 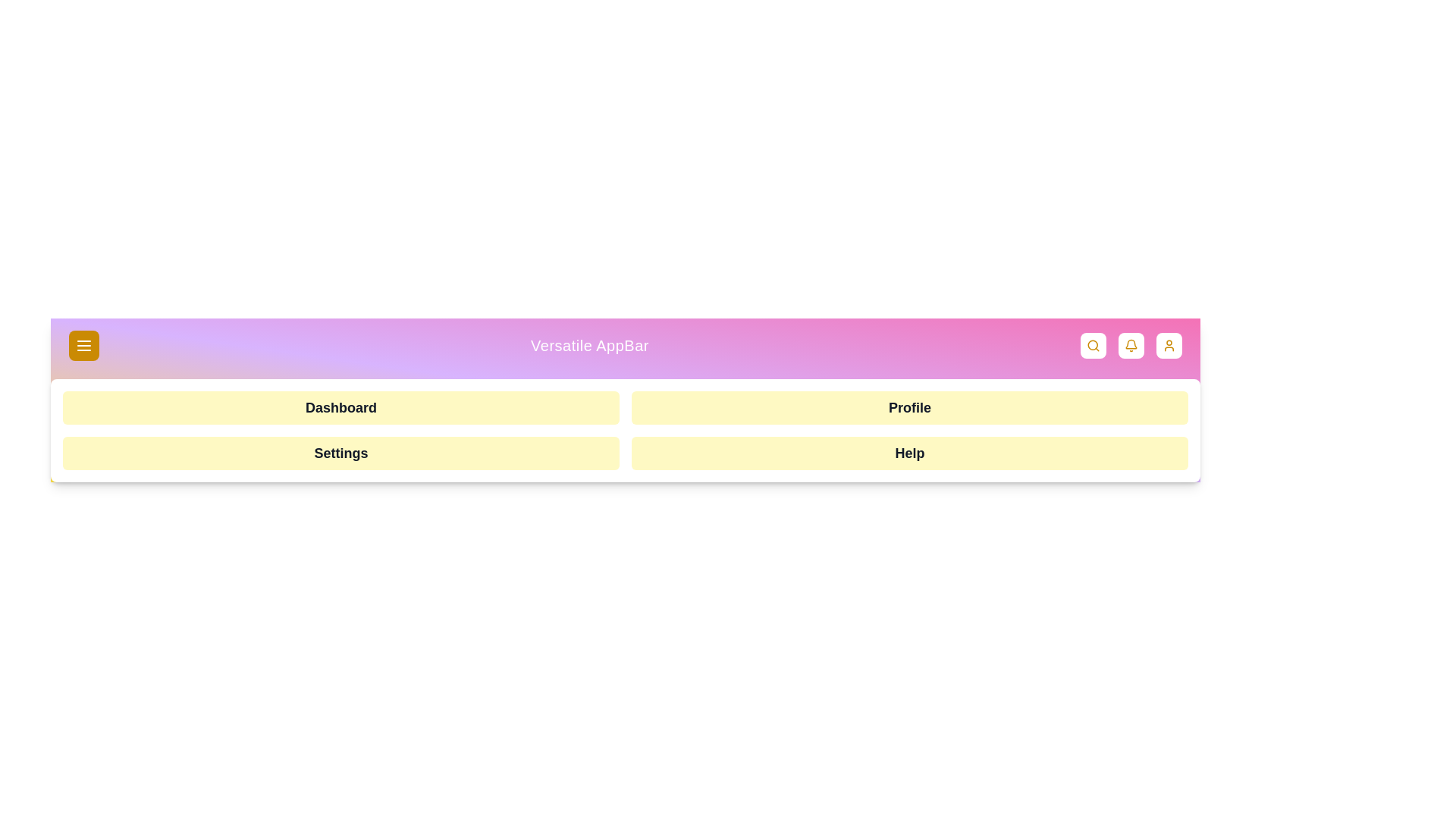 I want to click on the 'Help' option in the navigation menu, so click(x=910, y=452).